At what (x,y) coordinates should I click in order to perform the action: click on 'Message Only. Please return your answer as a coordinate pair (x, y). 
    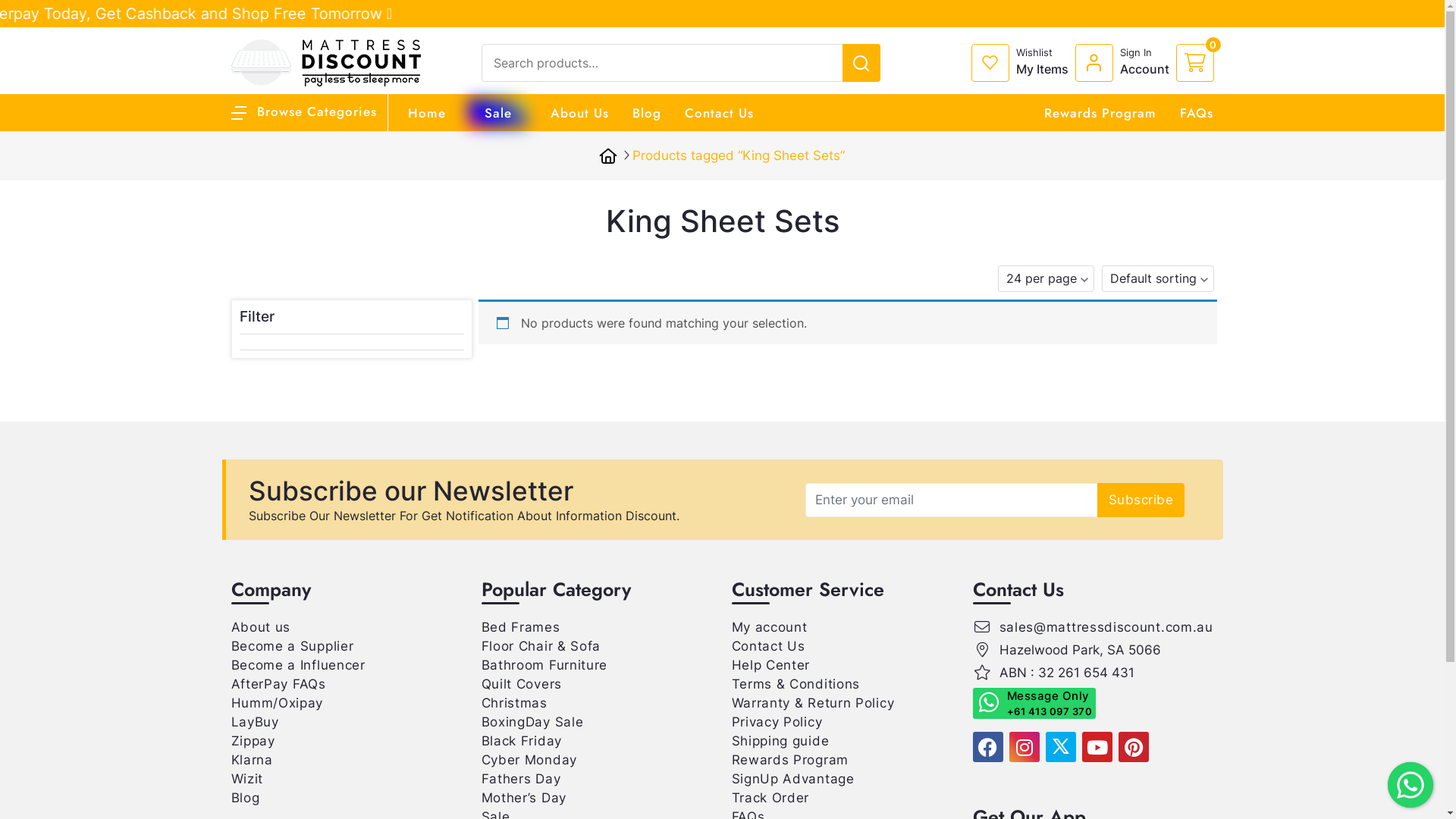
    Looking at the image, I should click on (1033, 703).